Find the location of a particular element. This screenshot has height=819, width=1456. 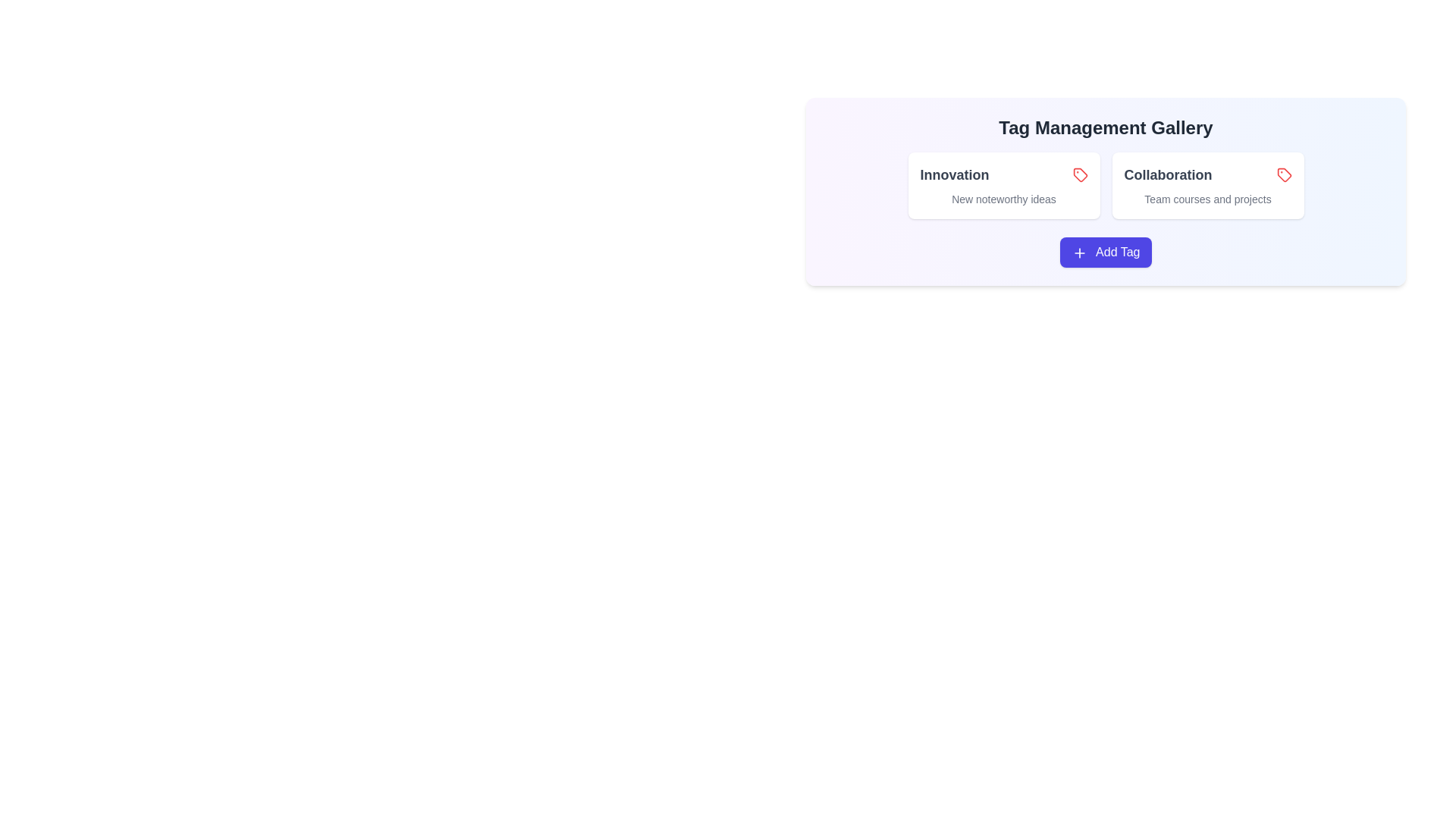

the 'Add Tag' button, which is a vibrant indigo button with white text and a plus sign icon, located at the bottom center of the 'Tag Management Gallery' section is located at coordinates (1106, 251).